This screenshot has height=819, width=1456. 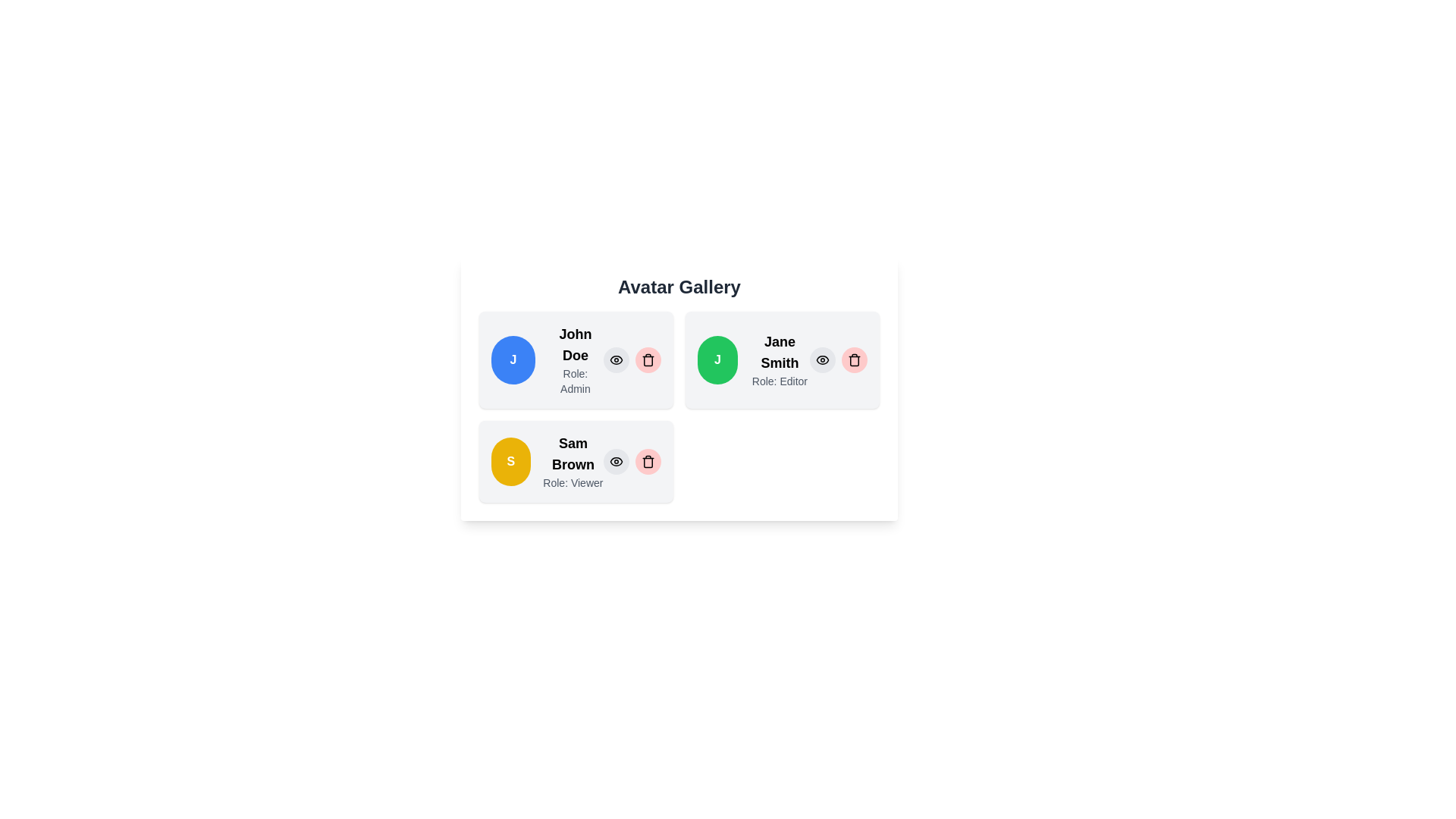 What do you see at coordinates (855, 359) in the screenshot?
I see `the delete icon button for 'Jane Smith' in the user profile grid` at bounding box center [855, 359].